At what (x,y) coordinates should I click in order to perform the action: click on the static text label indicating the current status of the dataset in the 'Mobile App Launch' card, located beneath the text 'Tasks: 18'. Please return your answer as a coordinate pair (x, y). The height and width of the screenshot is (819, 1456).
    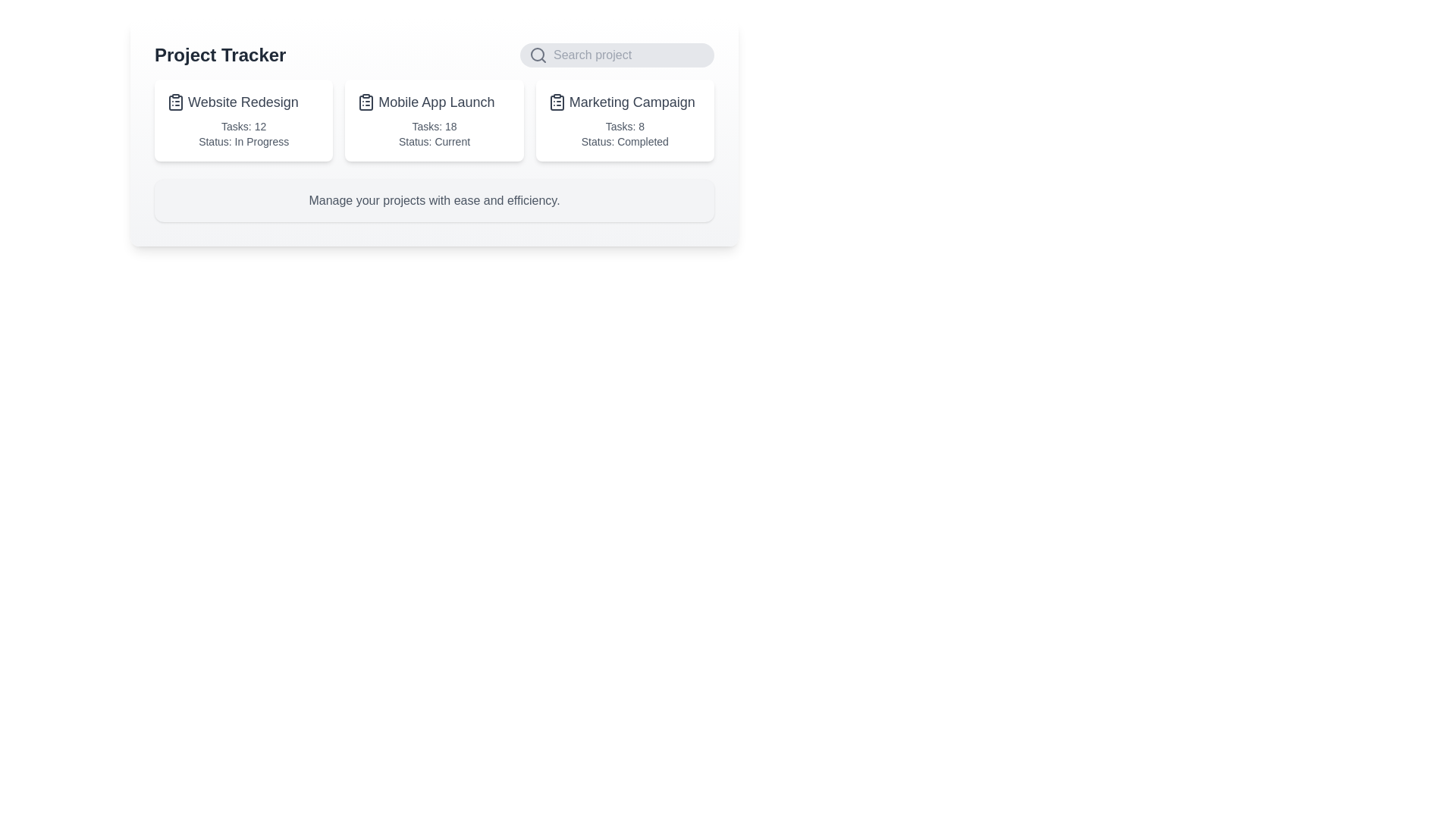
    Looking at the image, I should click on (433, 141).